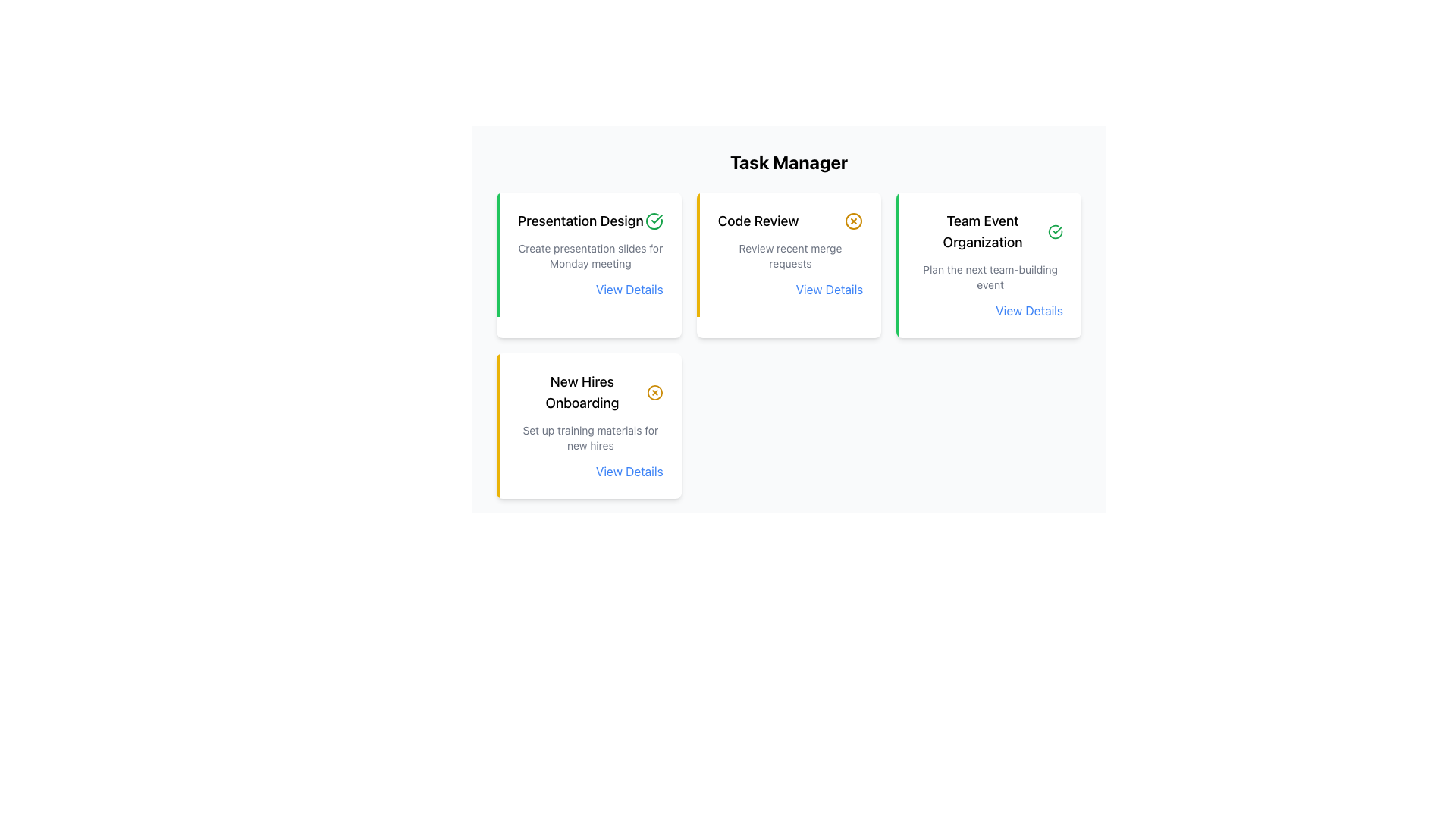 Image resolution: width=1456 pixels, height=819 pixels. Describe the element at coordinates (758, 221) in the screenshot. I see `the 'Code Review' text label, which is styled with a larger font size and medium weight, located within a card layout on the task management interface` at that location.